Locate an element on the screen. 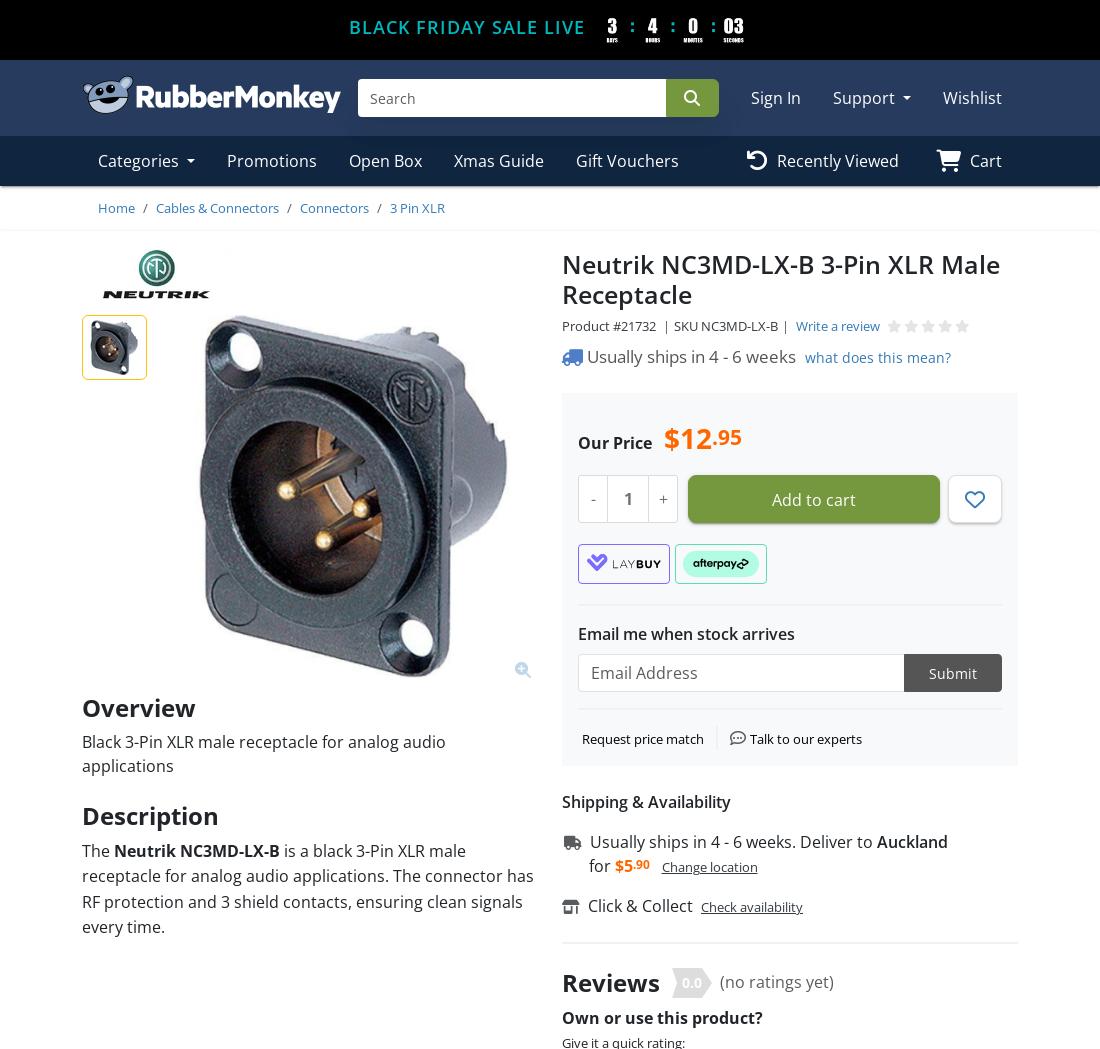 Image resolution: width=1100 pixels, height=1049 pixels. 'Opening Hours: 8:30am to 5:30pm, Monday to Friday' is located at coordinates (239, 953).